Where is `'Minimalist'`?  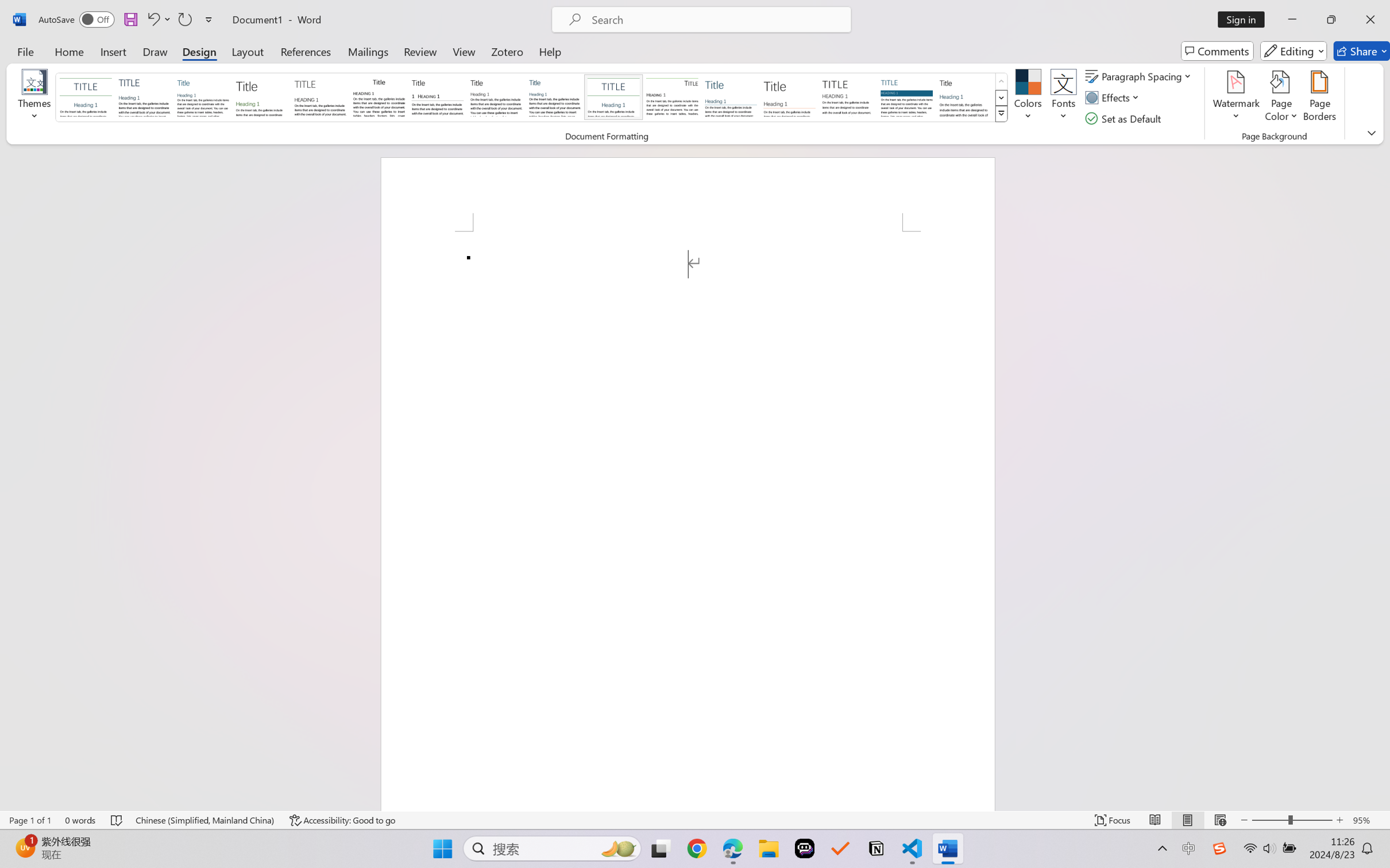 'Minimalist' is located at coordinates (847, 96).